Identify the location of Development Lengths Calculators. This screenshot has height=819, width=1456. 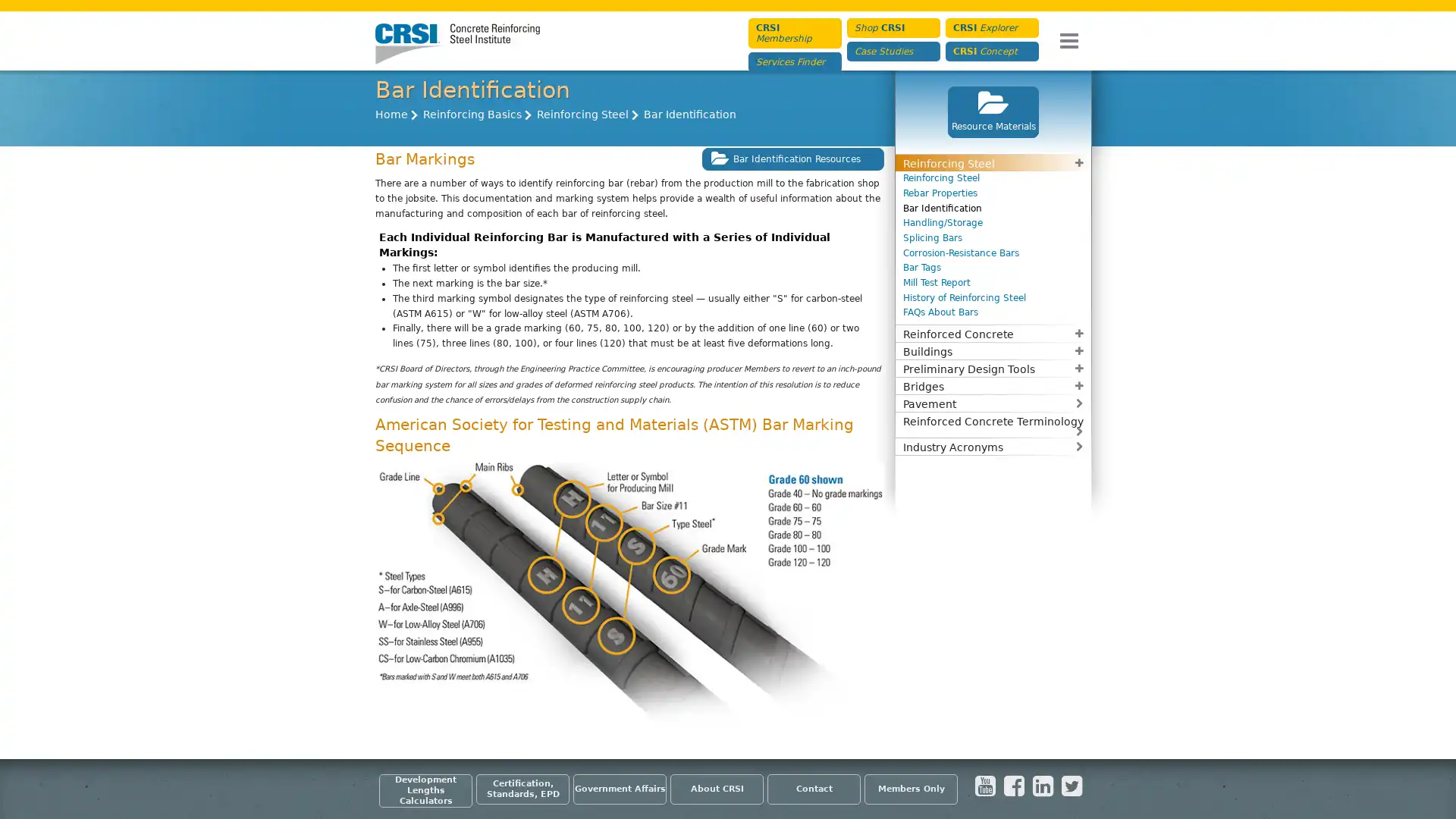
(425, 789).